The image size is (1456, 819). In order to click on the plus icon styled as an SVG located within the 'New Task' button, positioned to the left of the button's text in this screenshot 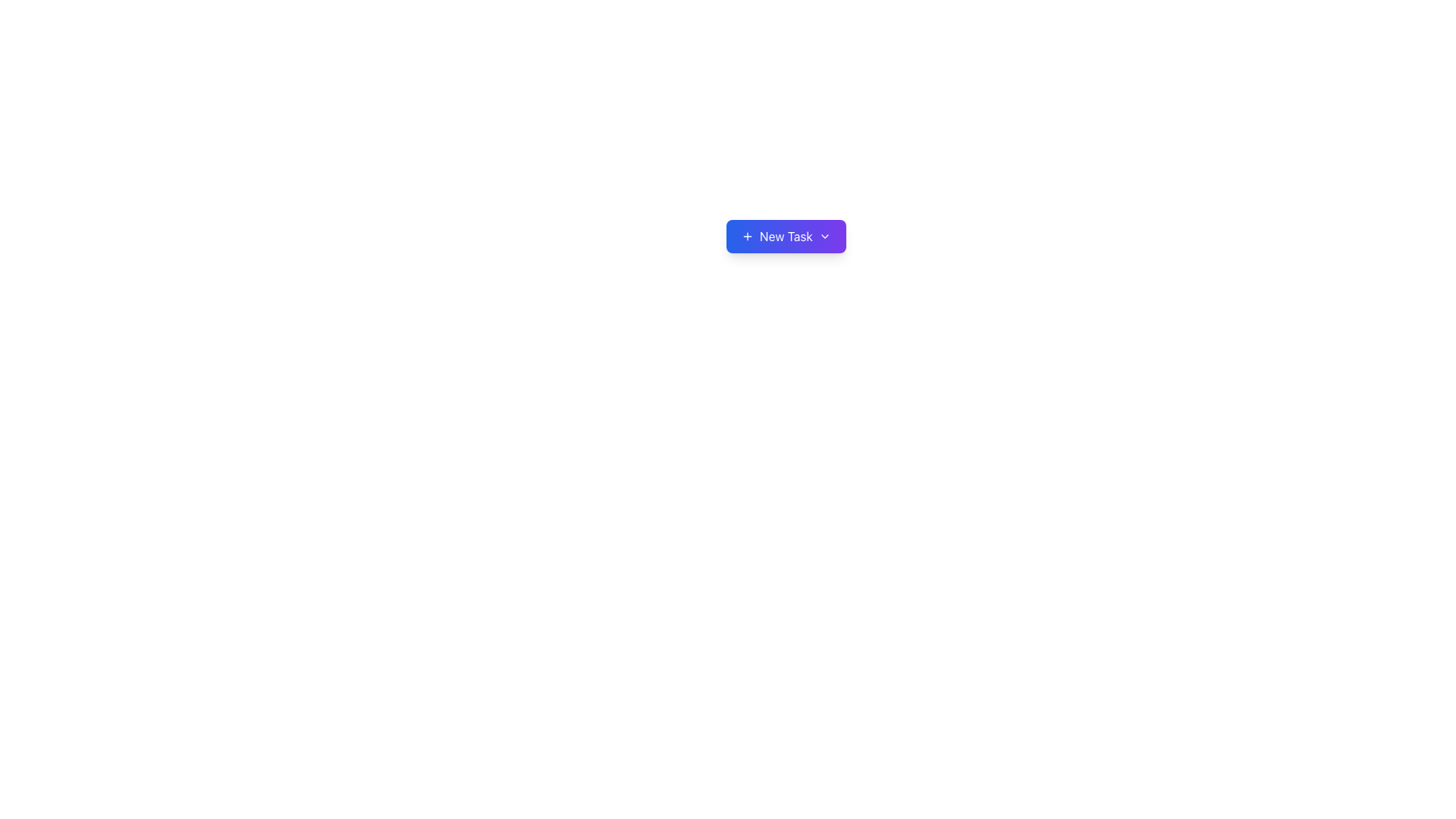, I will do `click(747, 237)`.